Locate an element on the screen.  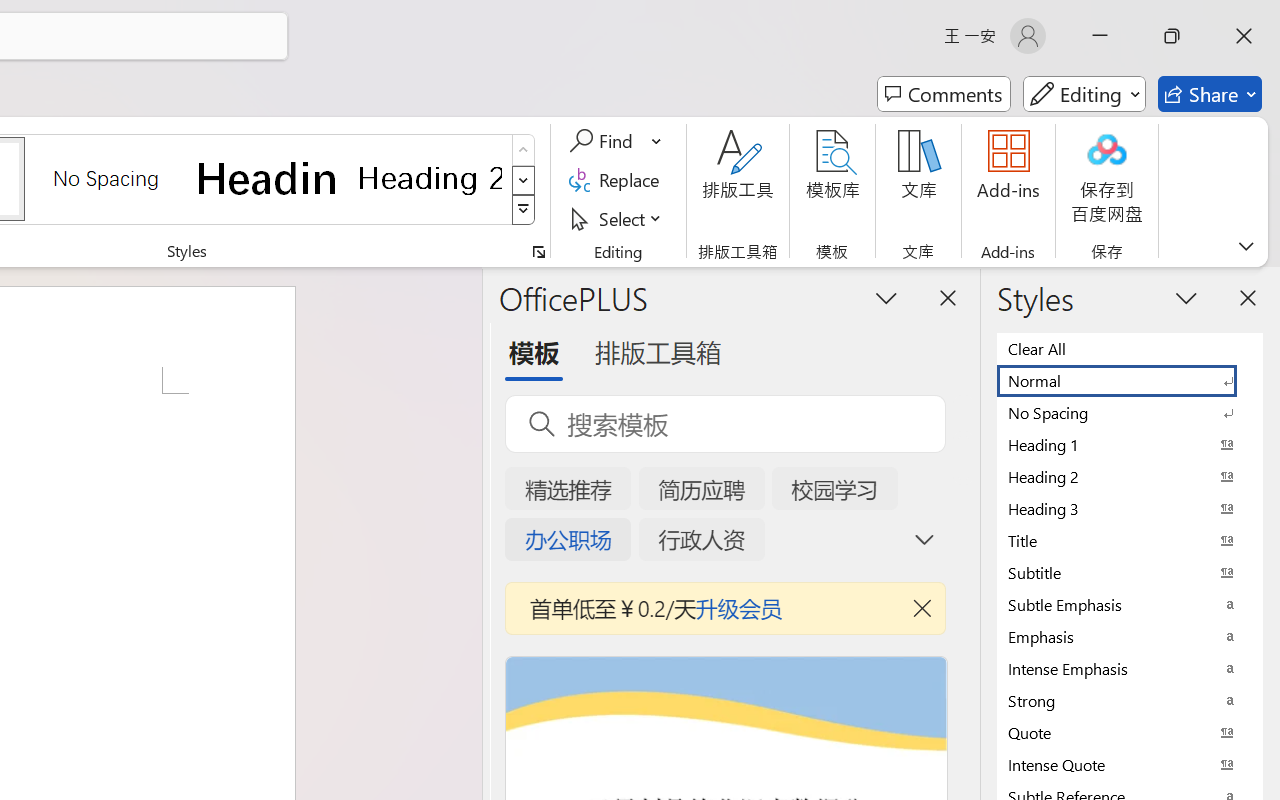
'Emphasis' is located at coordinates (1130, 635).